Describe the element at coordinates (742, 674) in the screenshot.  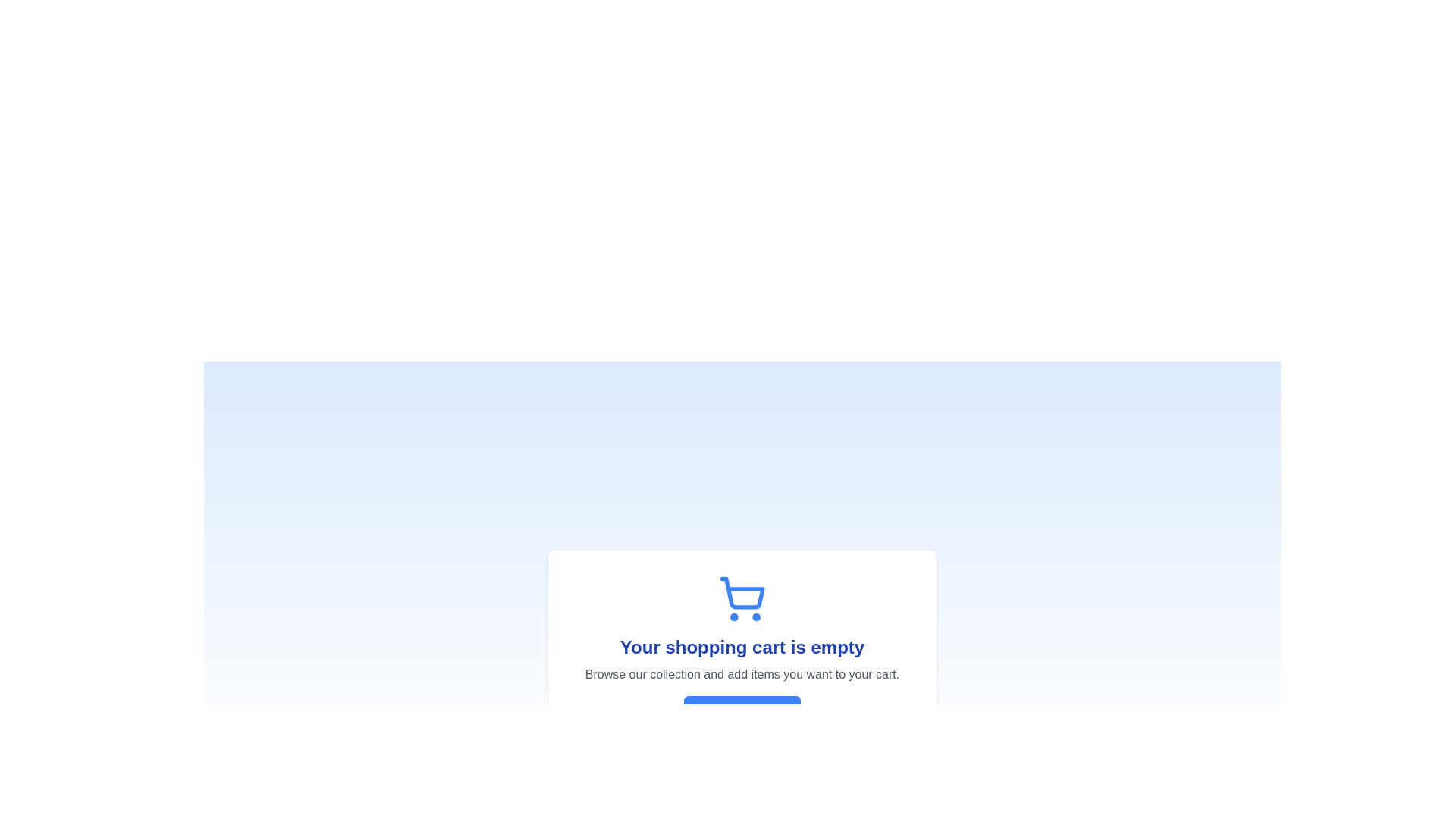
I see `the informational text block located below the heading 'Your shopping cart is empty' and above the button 'Start Shopping'` at that location.